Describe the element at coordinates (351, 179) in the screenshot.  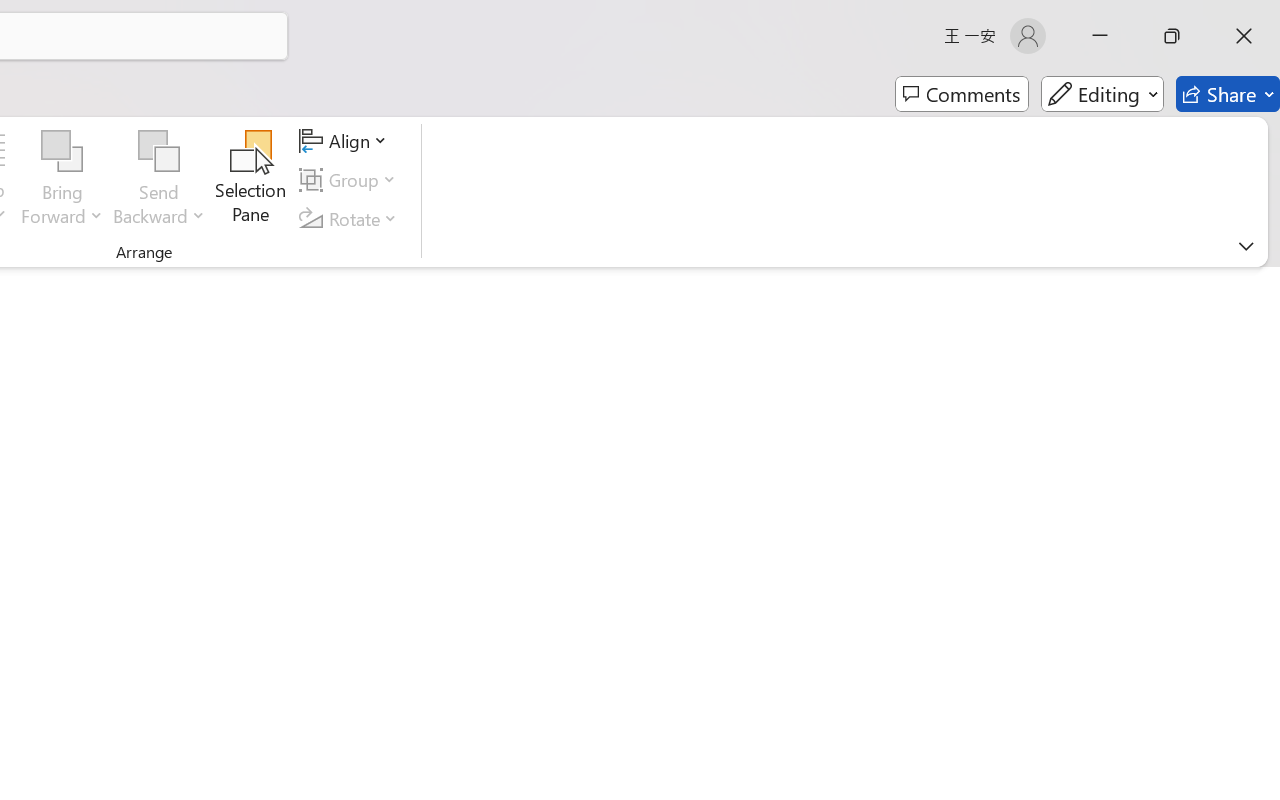
I see `'Group'` at that location.